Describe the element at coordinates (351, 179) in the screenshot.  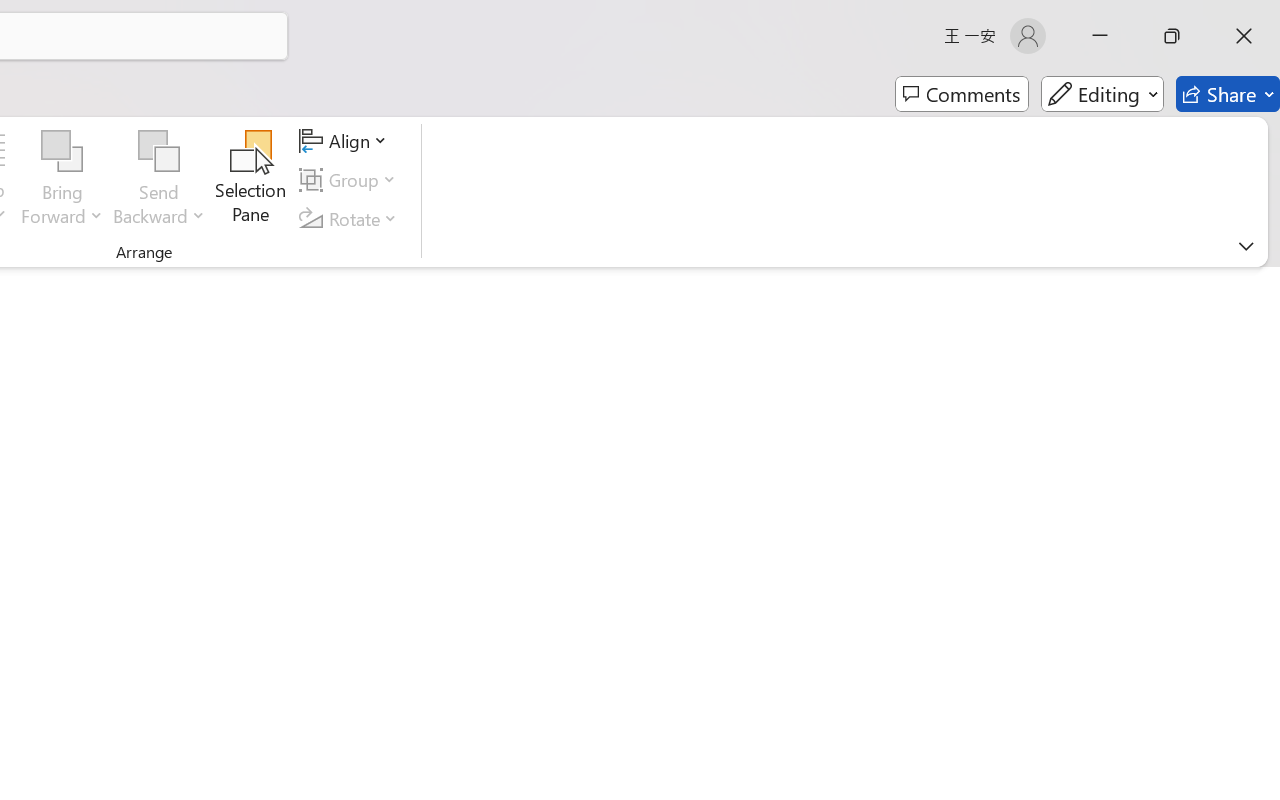
I see `'Group'` at that location.